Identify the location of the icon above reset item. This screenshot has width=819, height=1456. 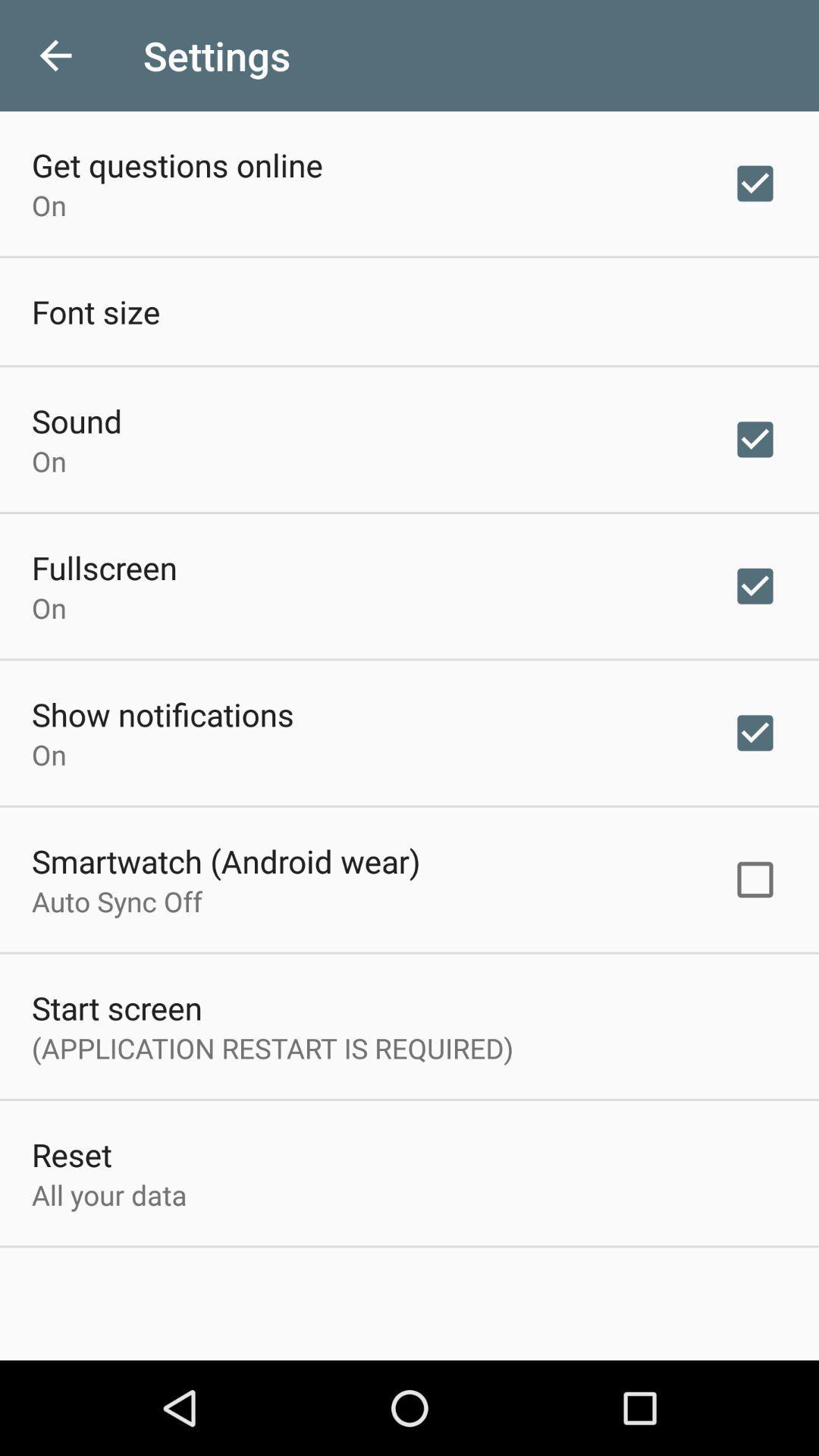
(271, 1047).